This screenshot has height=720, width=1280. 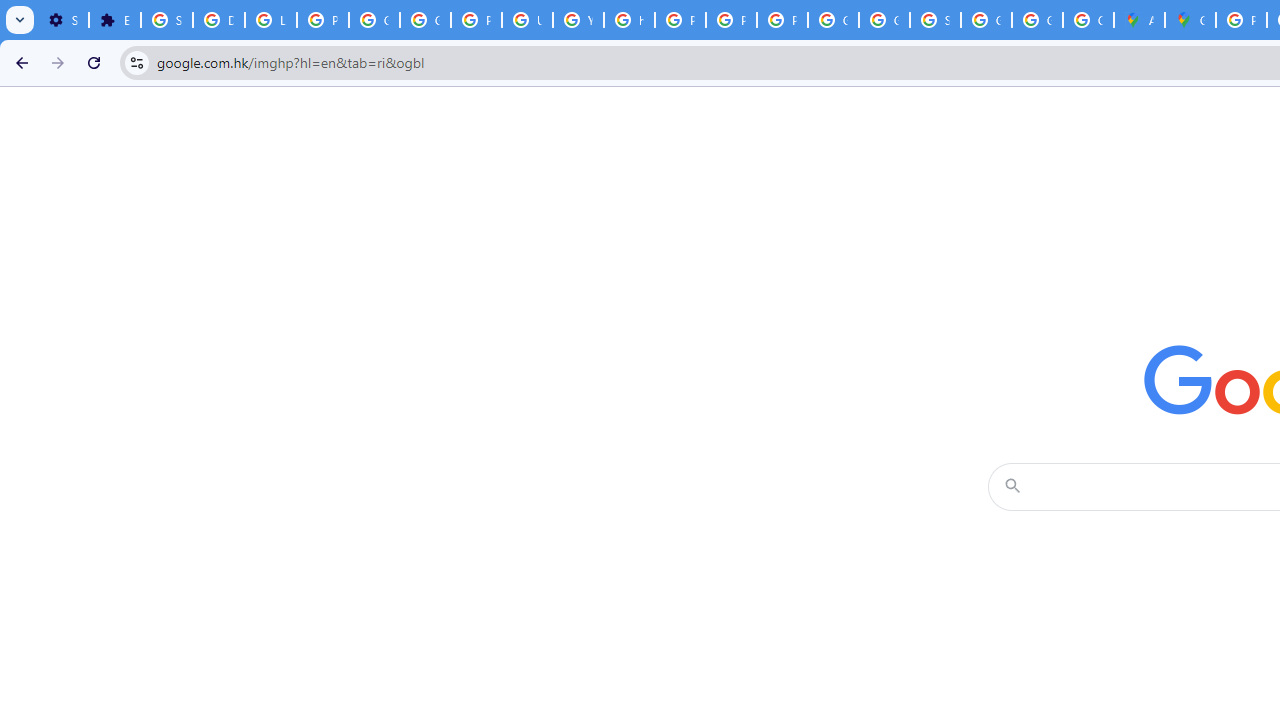 What do you see at coordinates (113, 20) in the screenshot?
I see `'Extensions'` at bounding box center [113, 20].